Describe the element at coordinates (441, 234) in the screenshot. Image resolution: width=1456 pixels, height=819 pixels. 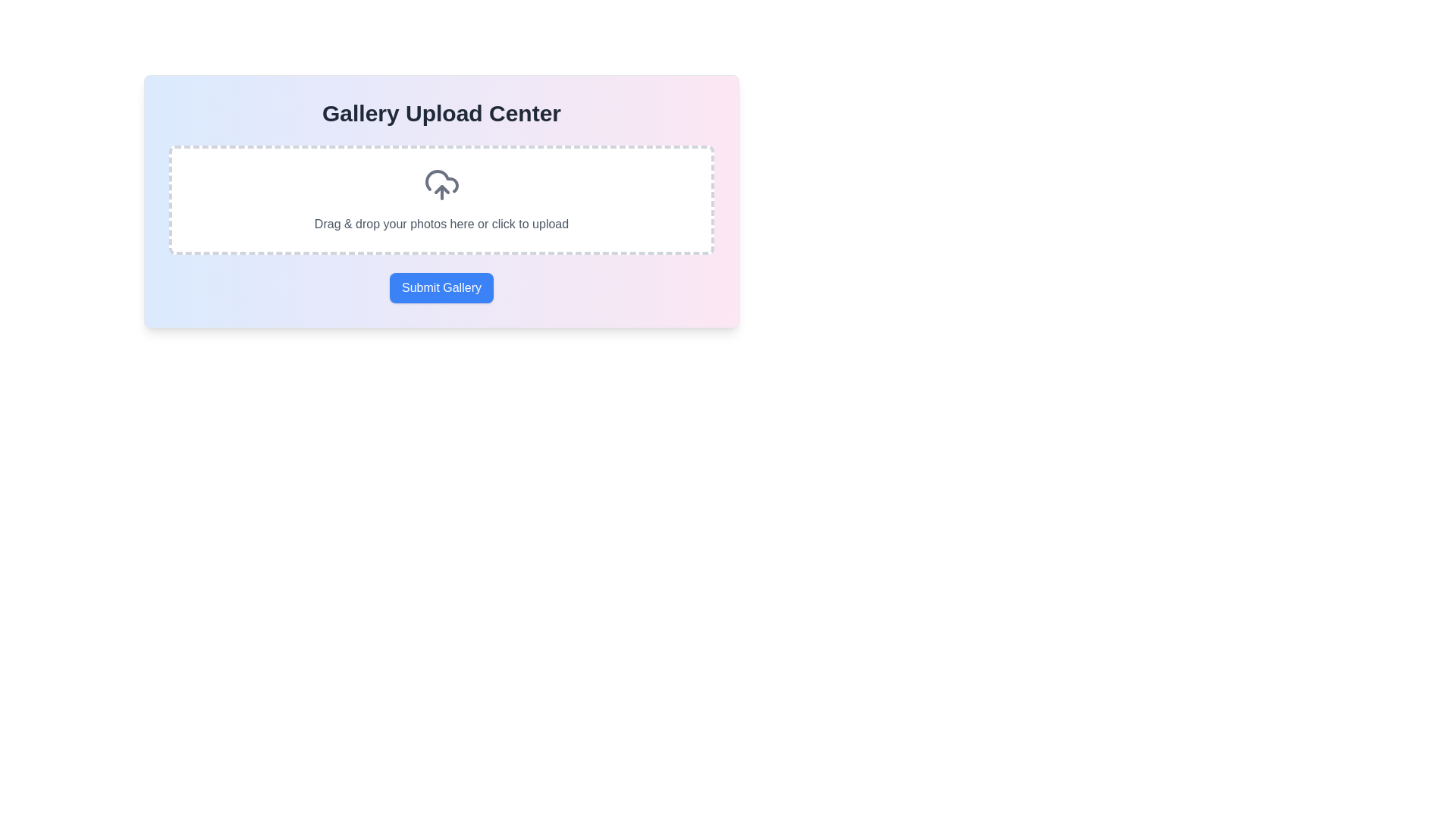
I see `the File input area within the bordered panel` at that location.